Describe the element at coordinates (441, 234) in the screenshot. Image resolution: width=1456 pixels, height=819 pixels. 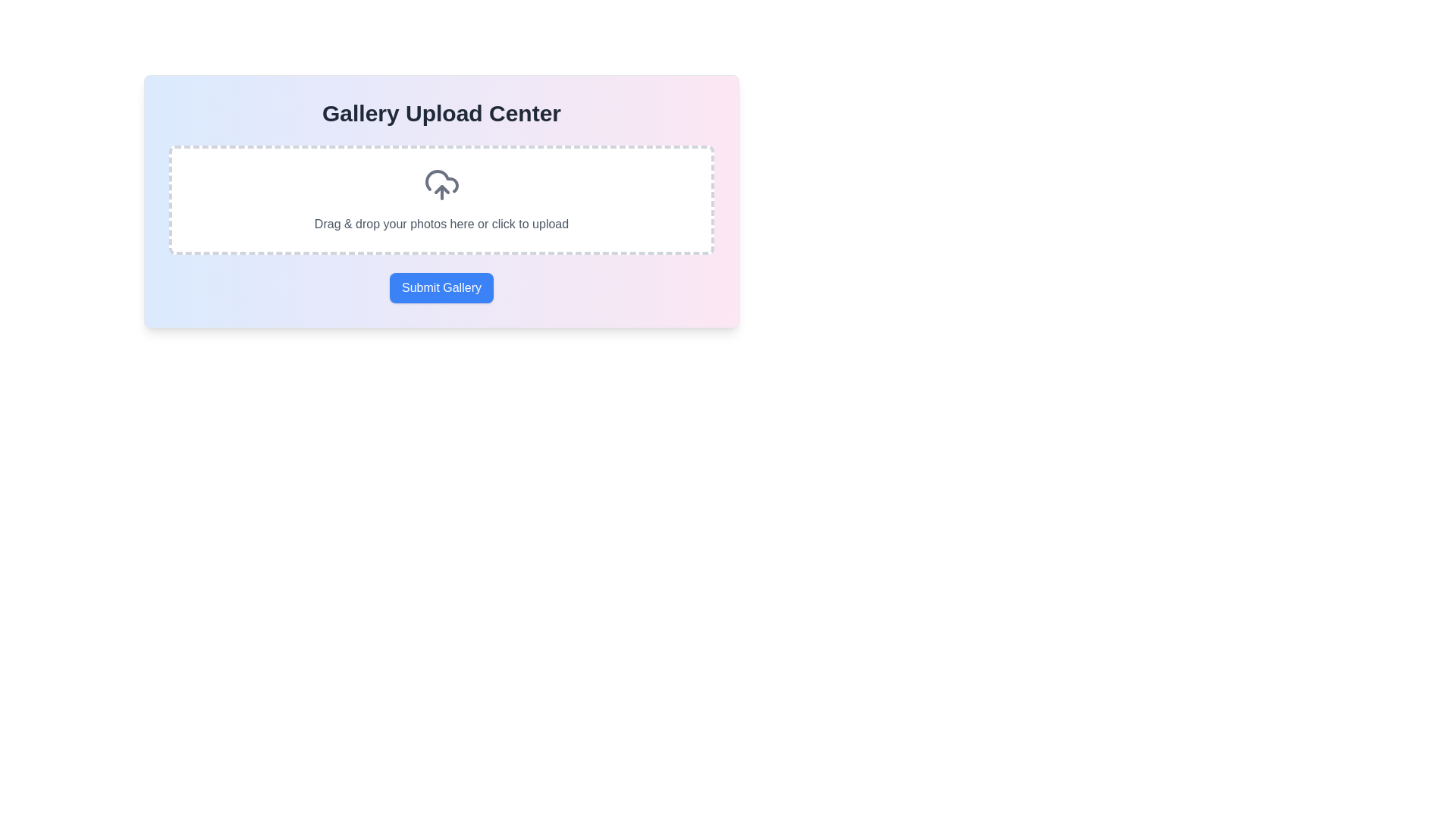
I see `the File input area within the bordered panel` at that location.